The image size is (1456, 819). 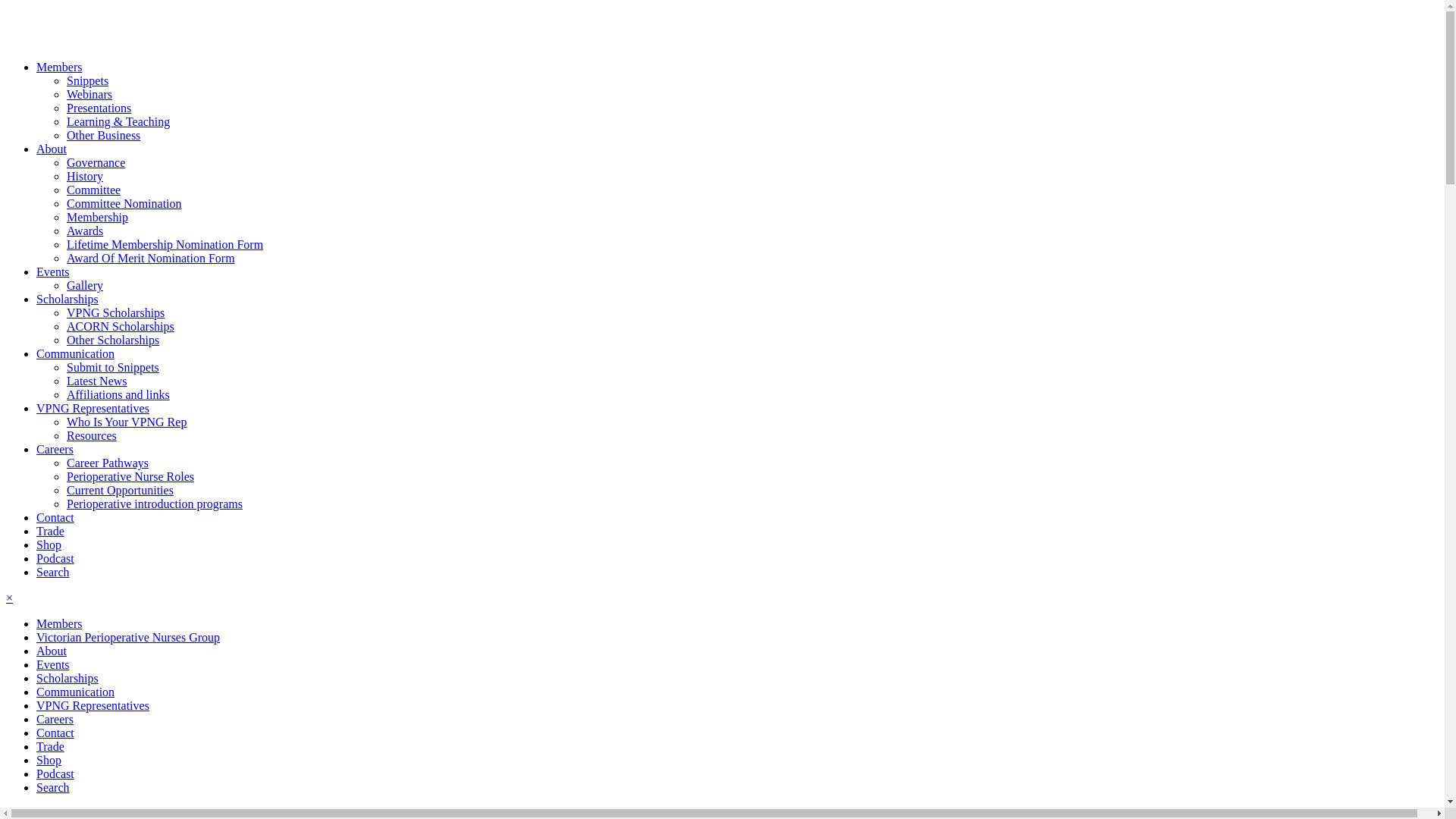 I want to click on 'Shop', so click(x=49, y=544).